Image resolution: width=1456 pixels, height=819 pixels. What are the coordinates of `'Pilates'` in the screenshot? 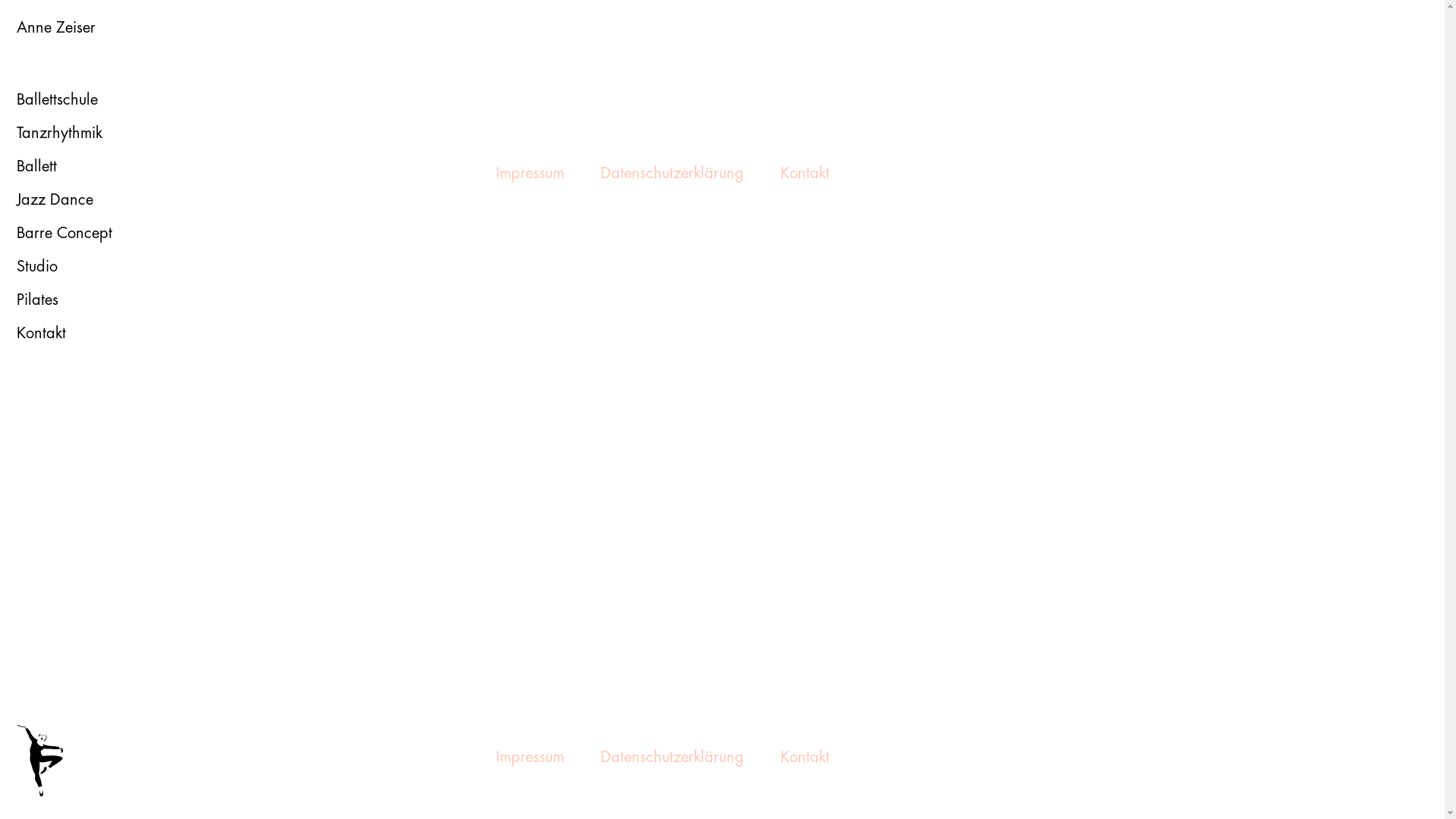 It's located at (37, 300).